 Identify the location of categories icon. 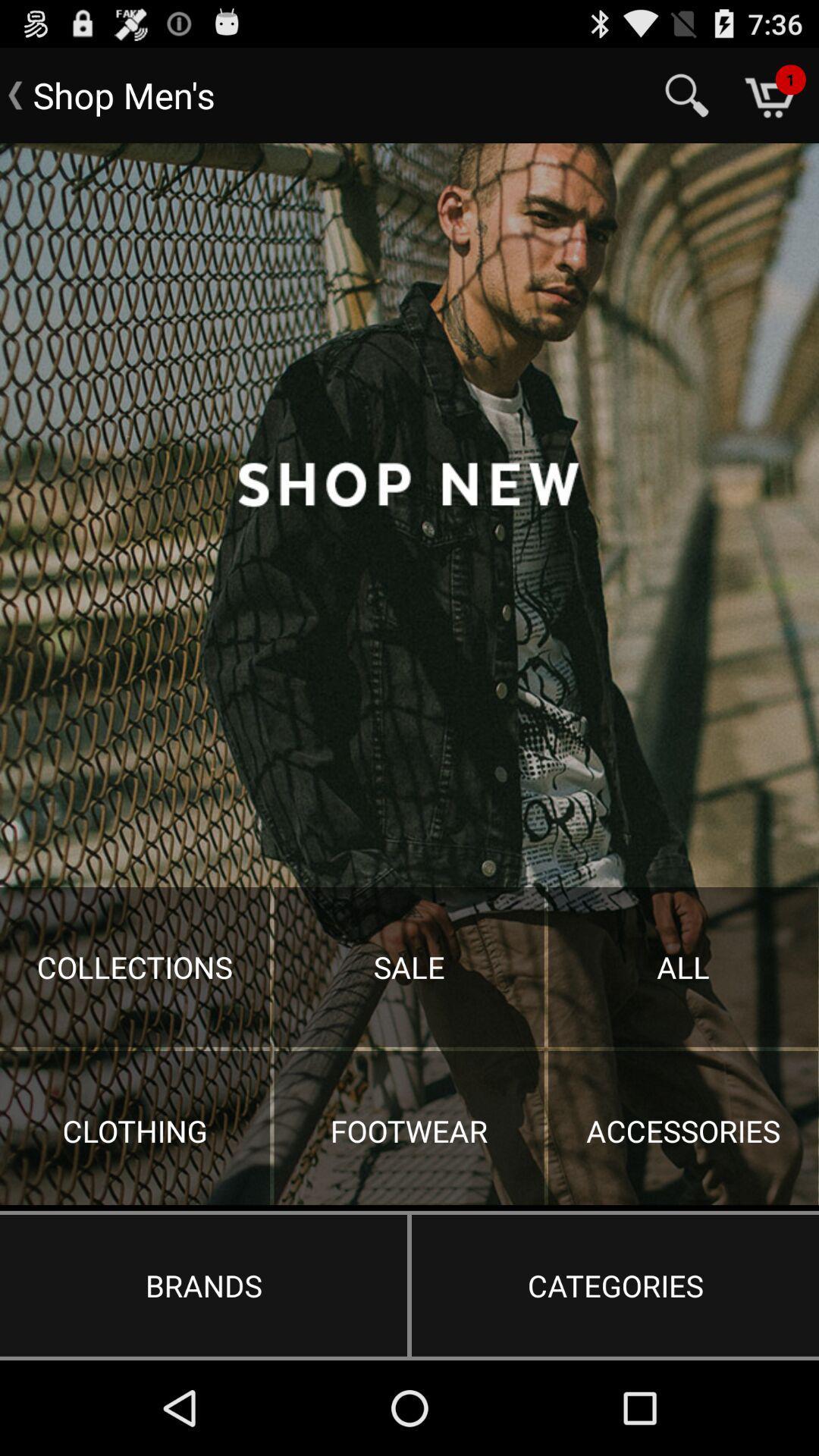
(615, 1285).